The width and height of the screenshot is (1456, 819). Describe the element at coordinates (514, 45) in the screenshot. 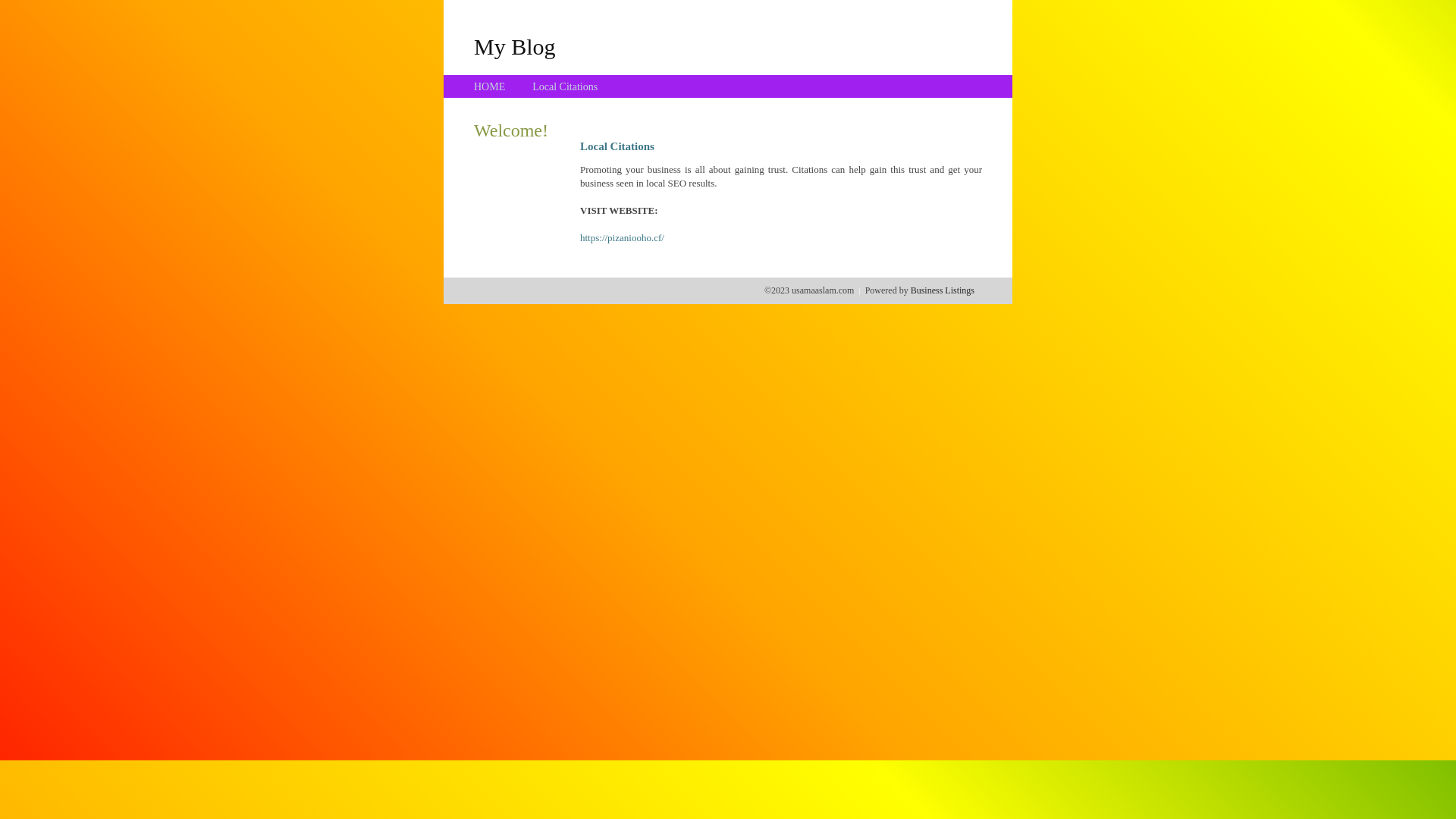

I see `'My Blog'` at that location.